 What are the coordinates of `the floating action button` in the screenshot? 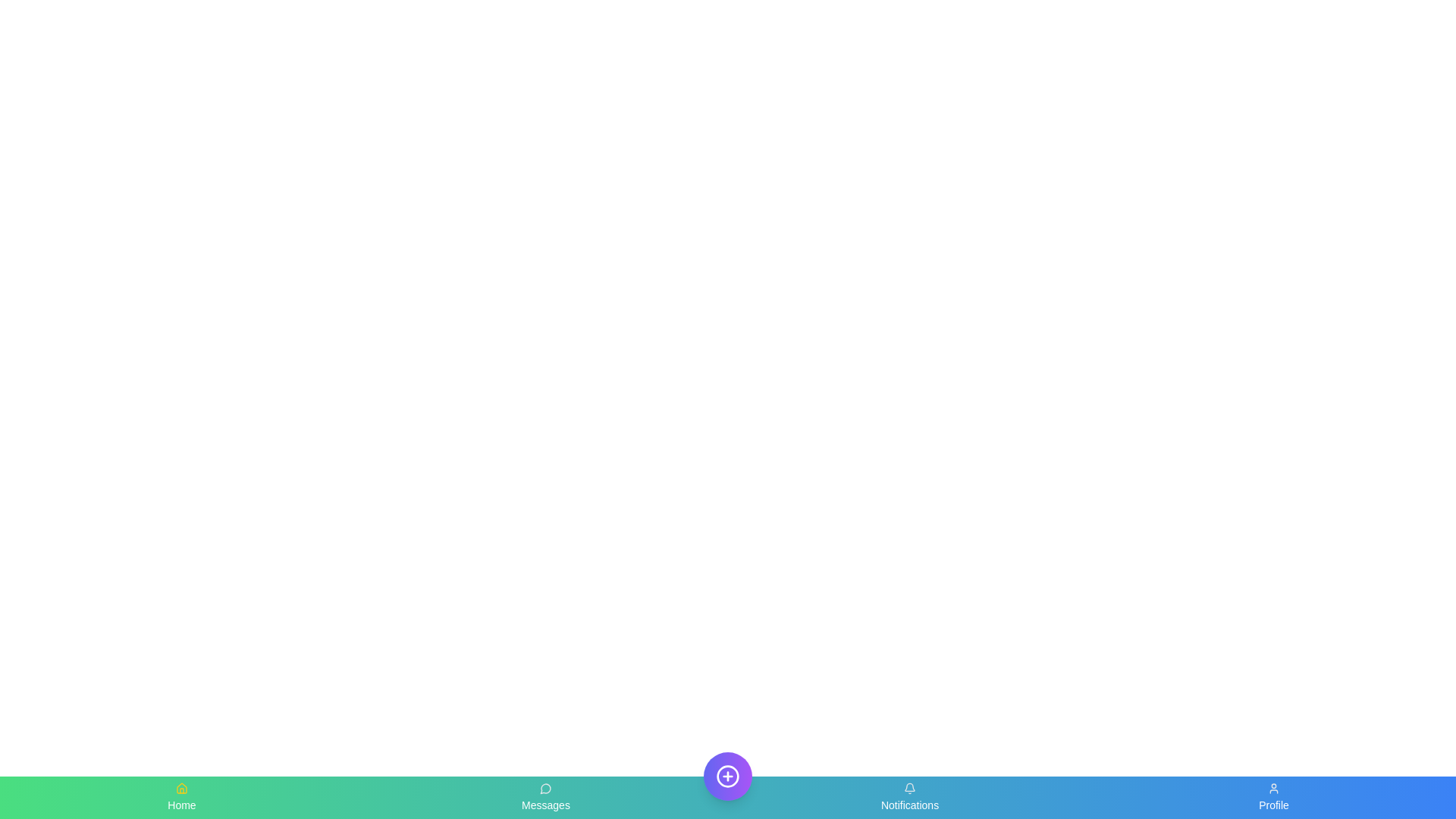 It's located at (728, 776).